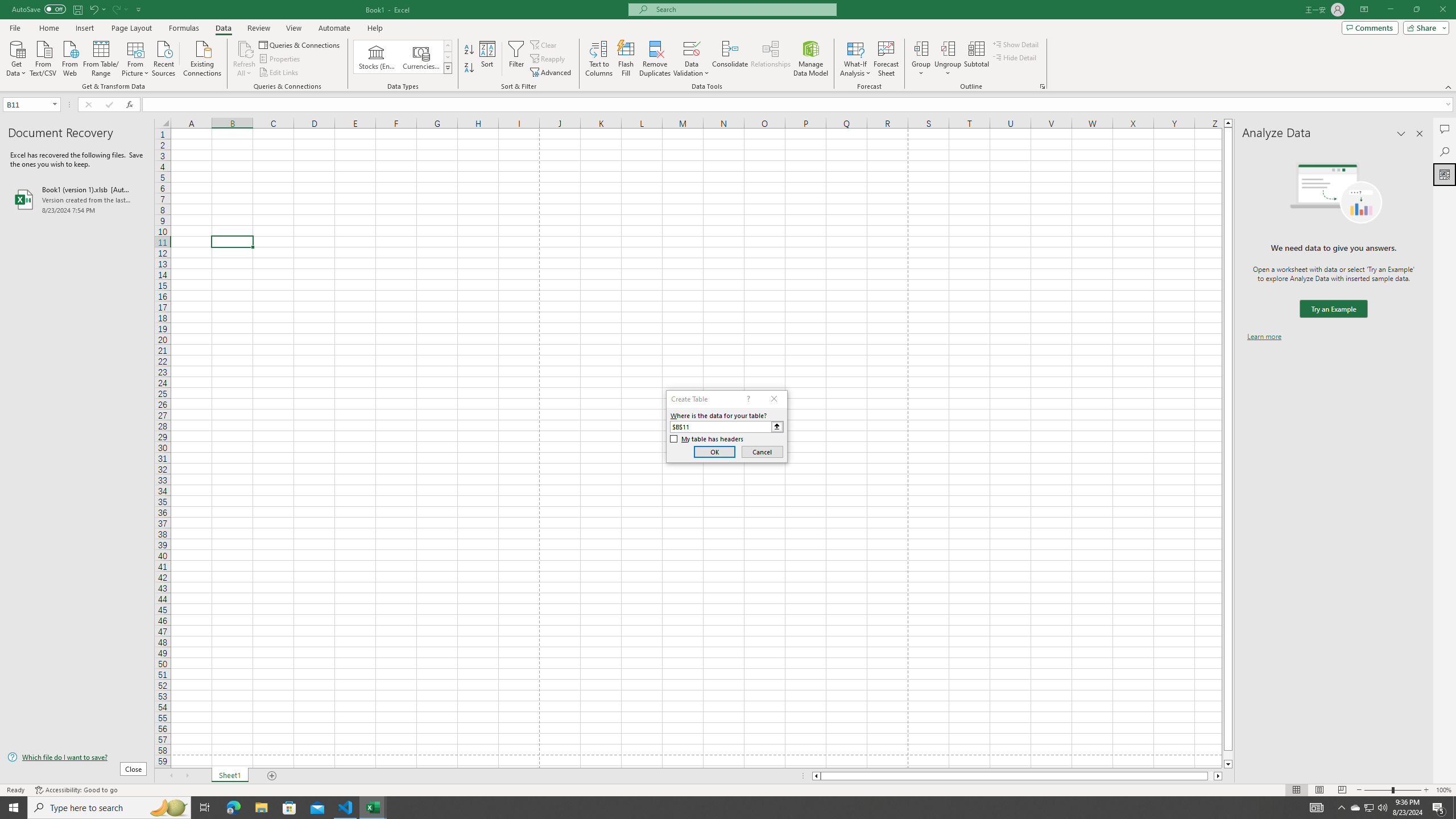 The height and width of the screenshot is (819, 1456). Describe the element at coordinates (164, 57) in the screenshot. I see `'Recent Sources'` at that location.